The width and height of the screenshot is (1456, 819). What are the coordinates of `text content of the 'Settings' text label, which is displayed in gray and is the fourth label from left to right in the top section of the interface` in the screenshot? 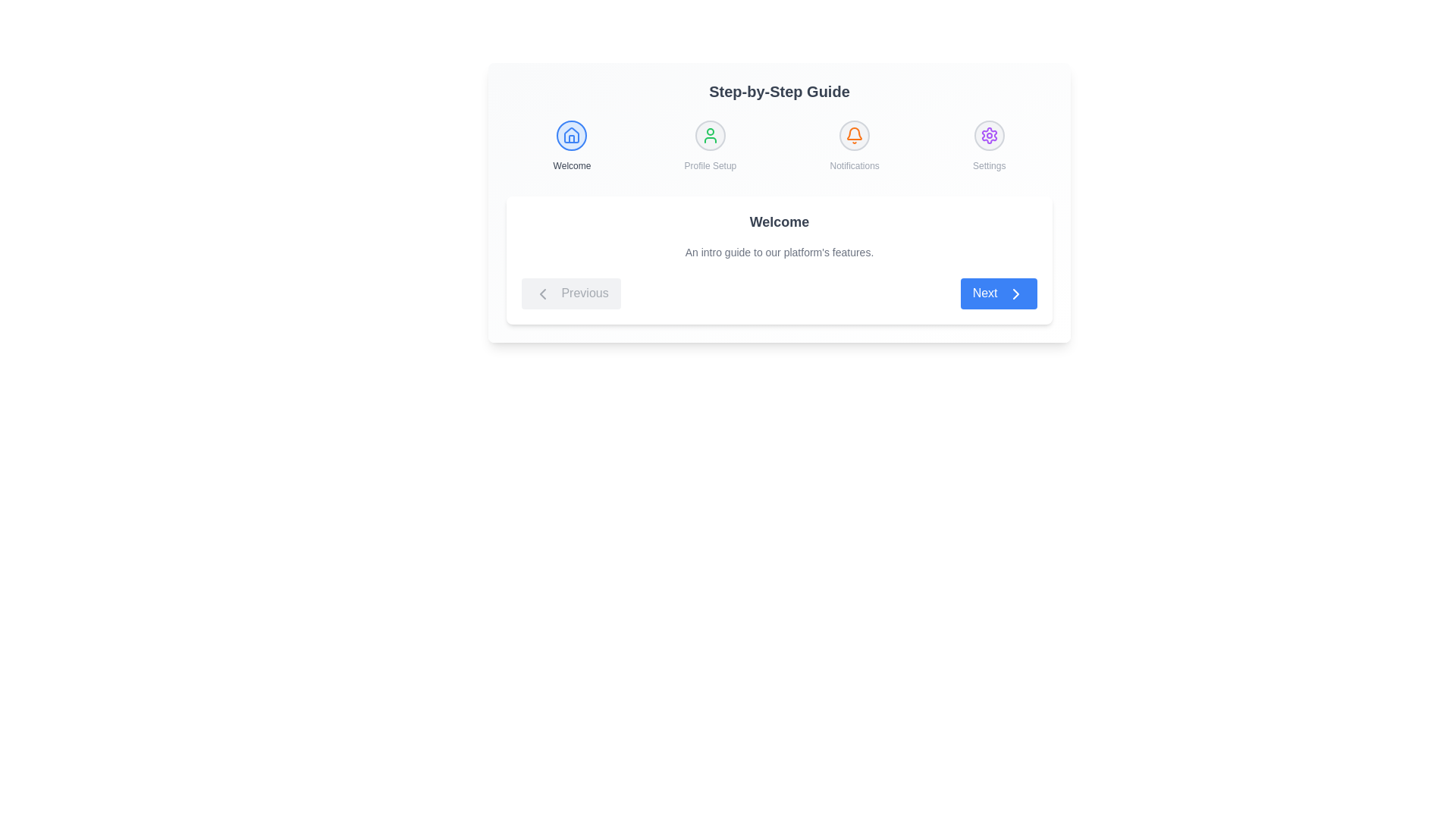 It's located at (989, 166).